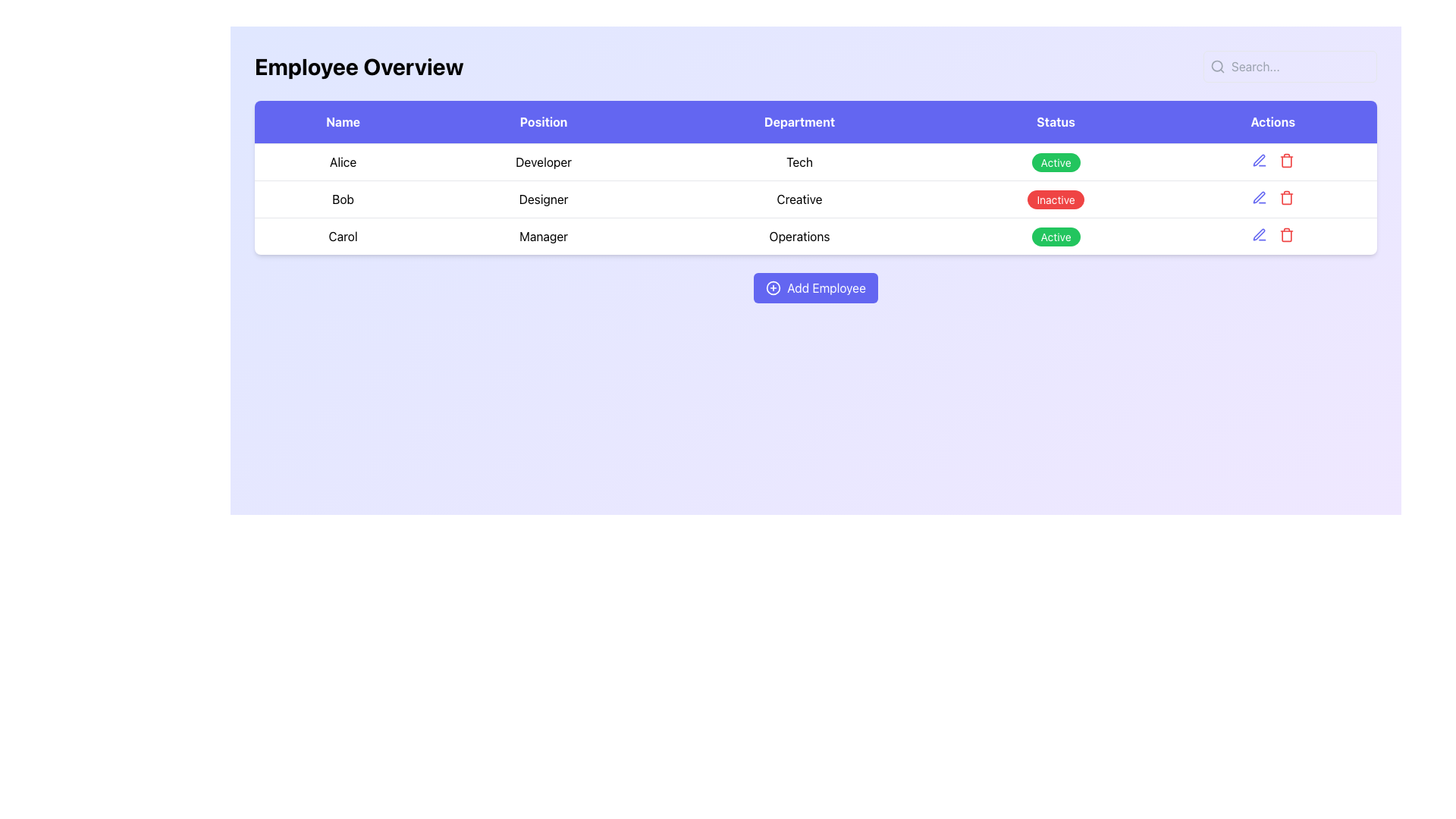 The height and width of the screenshot is (819, 1456). I want to click on the red 'Inactive' badge button located in the 'Status' column of the table row corresponding to 'Bob', so click(1055, 199).